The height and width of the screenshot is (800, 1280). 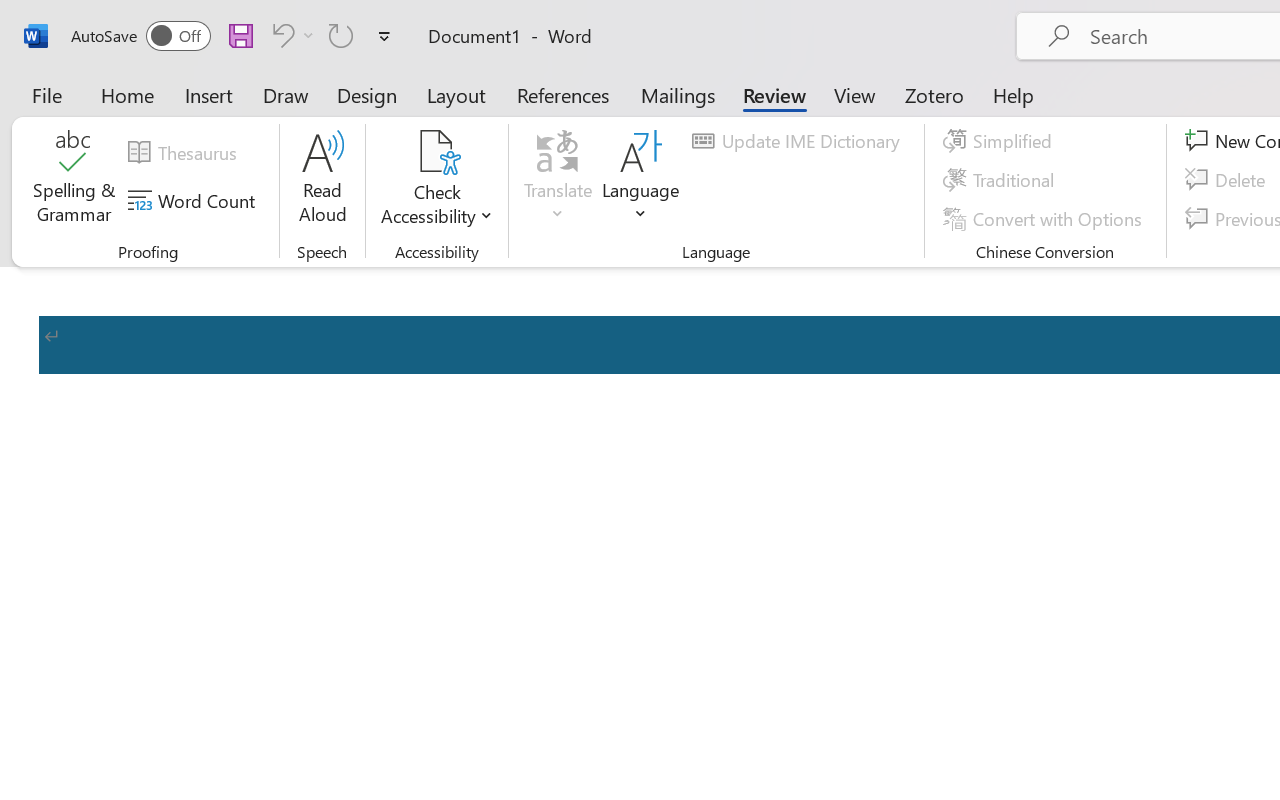 I want to click on 'Simplified', so click(x=1000, y=141).